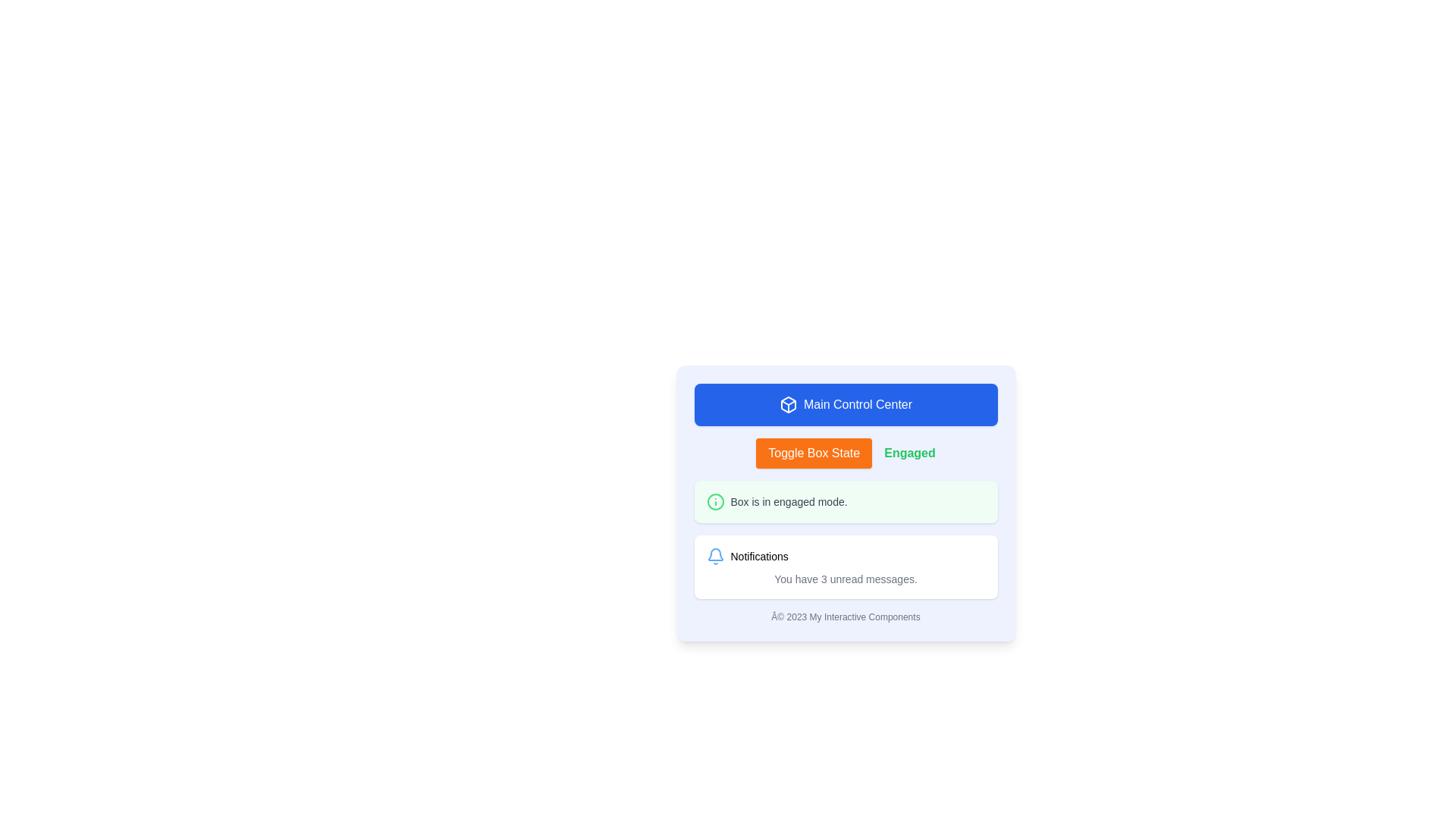  I want to click on the dark blue graphical icon with a white outline representing a 3D box, located in the 'Main Control Center' section at the top of the central panel, so click(788, 403).